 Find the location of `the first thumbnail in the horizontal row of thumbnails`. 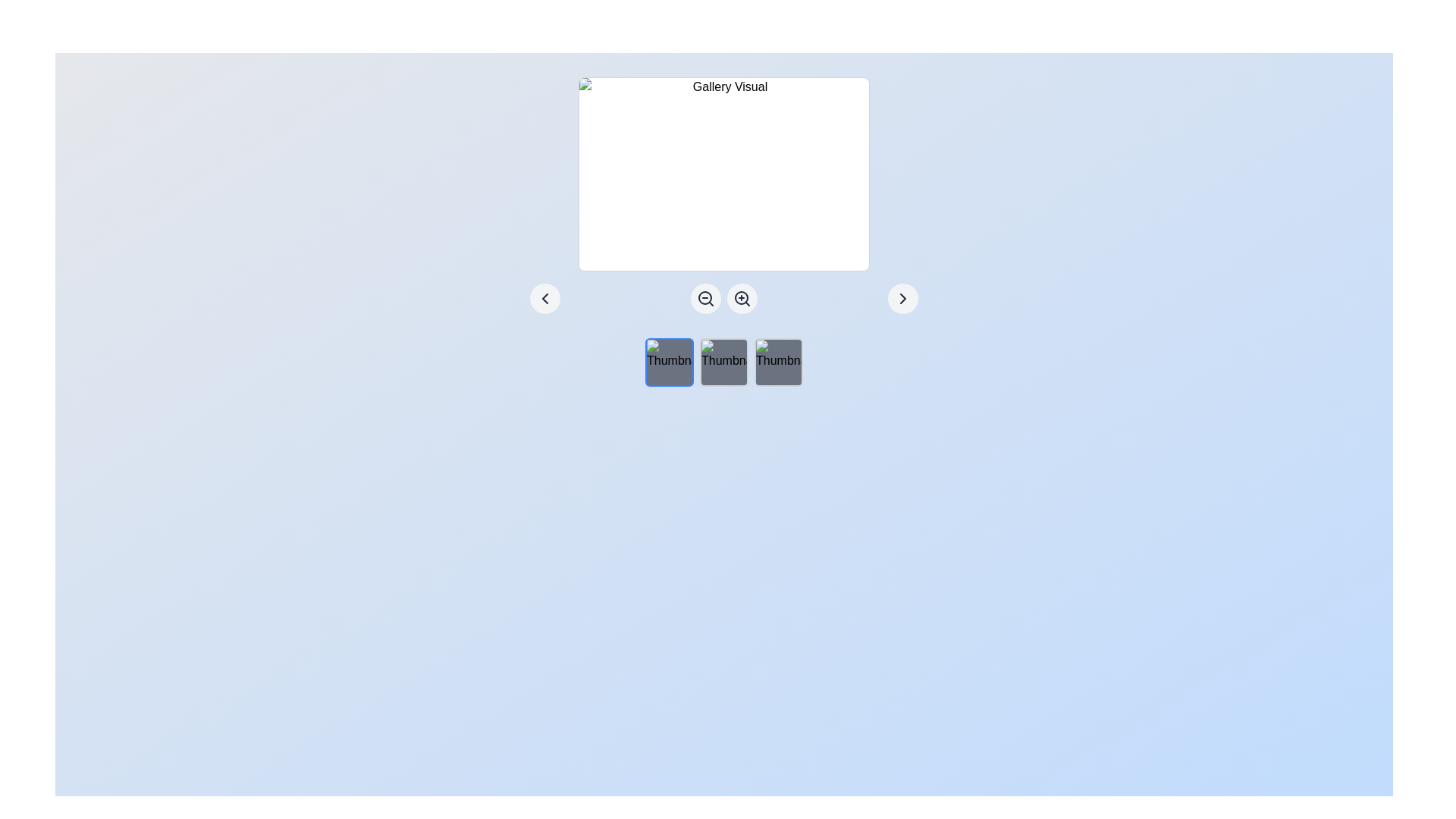

the first thumbnail in the horizontal row of thumbnails is located at coordinates (669, 362).